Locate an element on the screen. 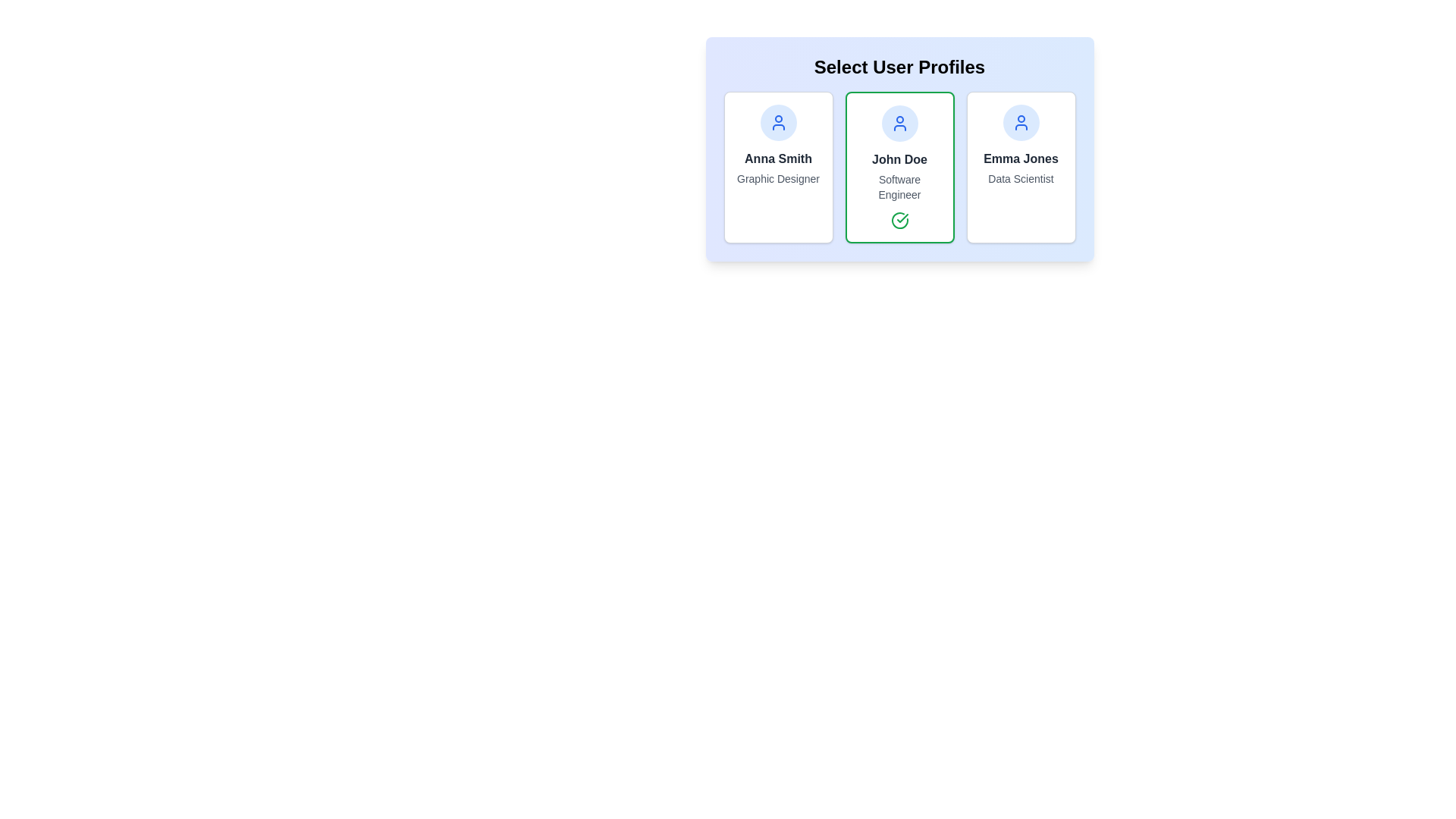 Image resolution: width=1456 pixels, height=819 pixels. the profile card of Anna Smith to observe its scaling animation is located at coordinates (778, 167).